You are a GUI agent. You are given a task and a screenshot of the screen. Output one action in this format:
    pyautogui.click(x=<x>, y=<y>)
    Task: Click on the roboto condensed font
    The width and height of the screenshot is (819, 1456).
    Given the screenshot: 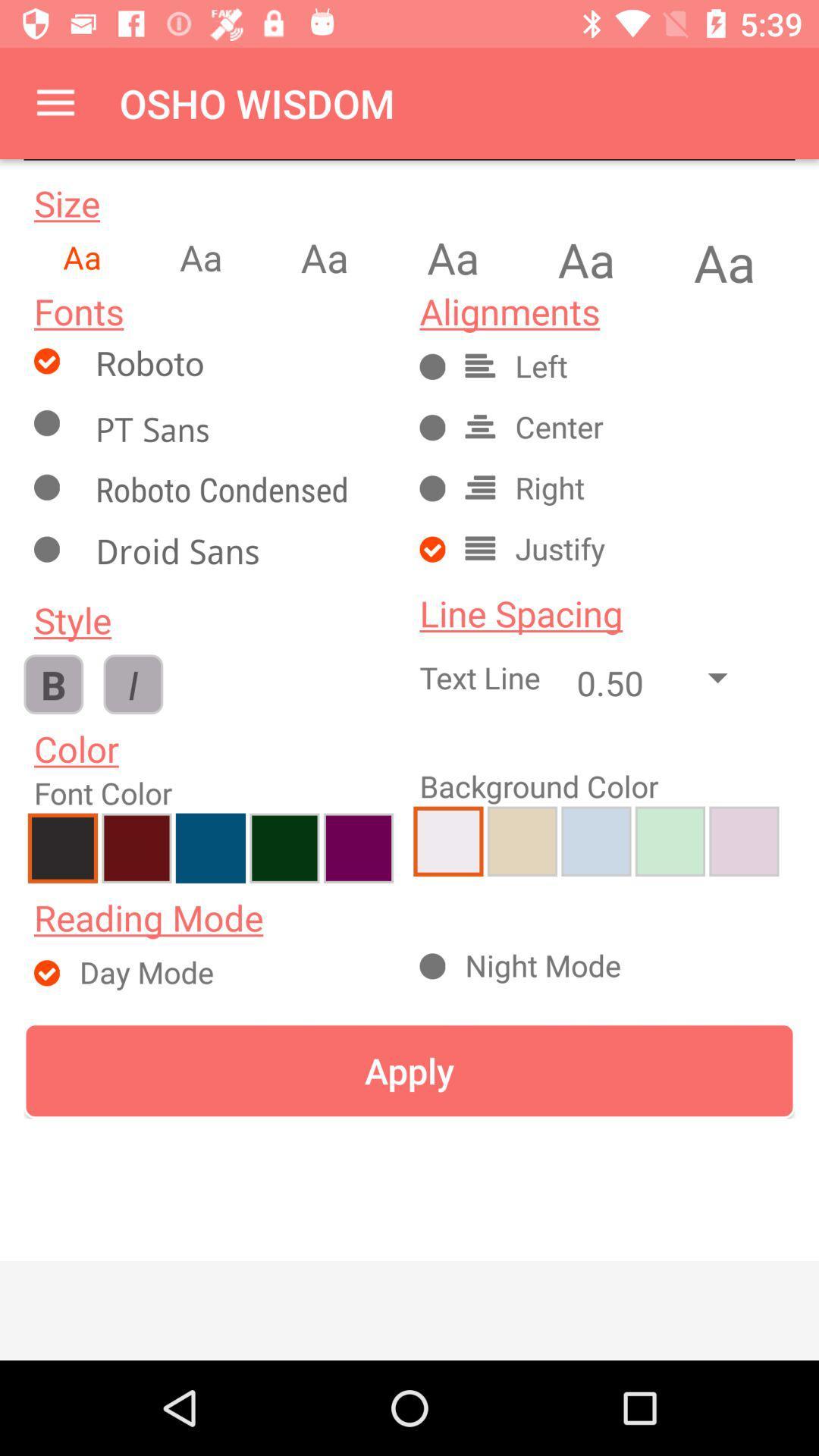 What is the action you would take?
    pyautogui.click(x=239, y=492)
    